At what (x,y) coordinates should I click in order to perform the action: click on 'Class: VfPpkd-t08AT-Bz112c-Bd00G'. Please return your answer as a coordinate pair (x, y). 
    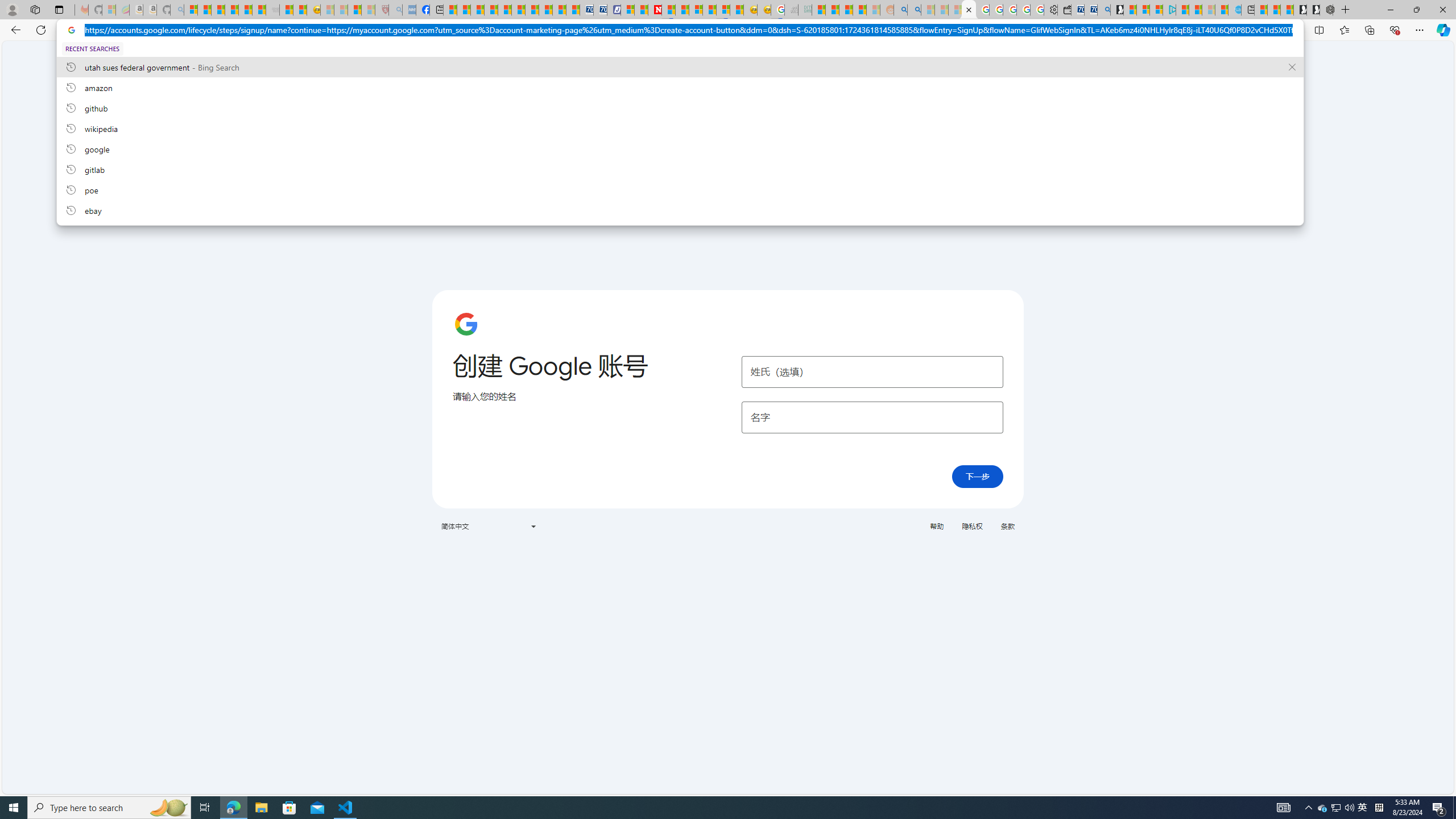
    Looking at the image, I should click on (532, 526).